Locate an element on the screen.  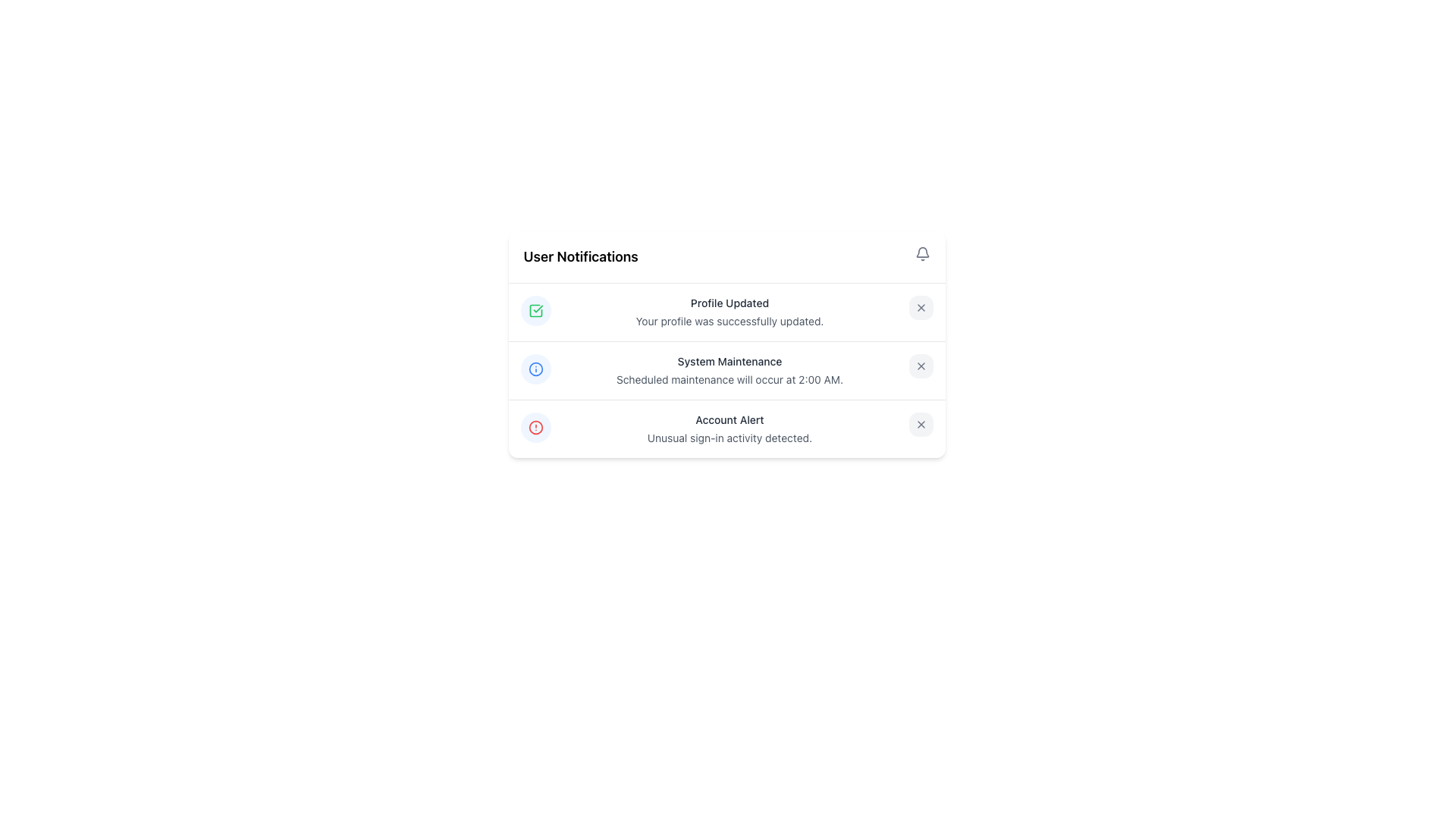
the close button for the 'Account Alert' notification is located at coordinates (920, 424).